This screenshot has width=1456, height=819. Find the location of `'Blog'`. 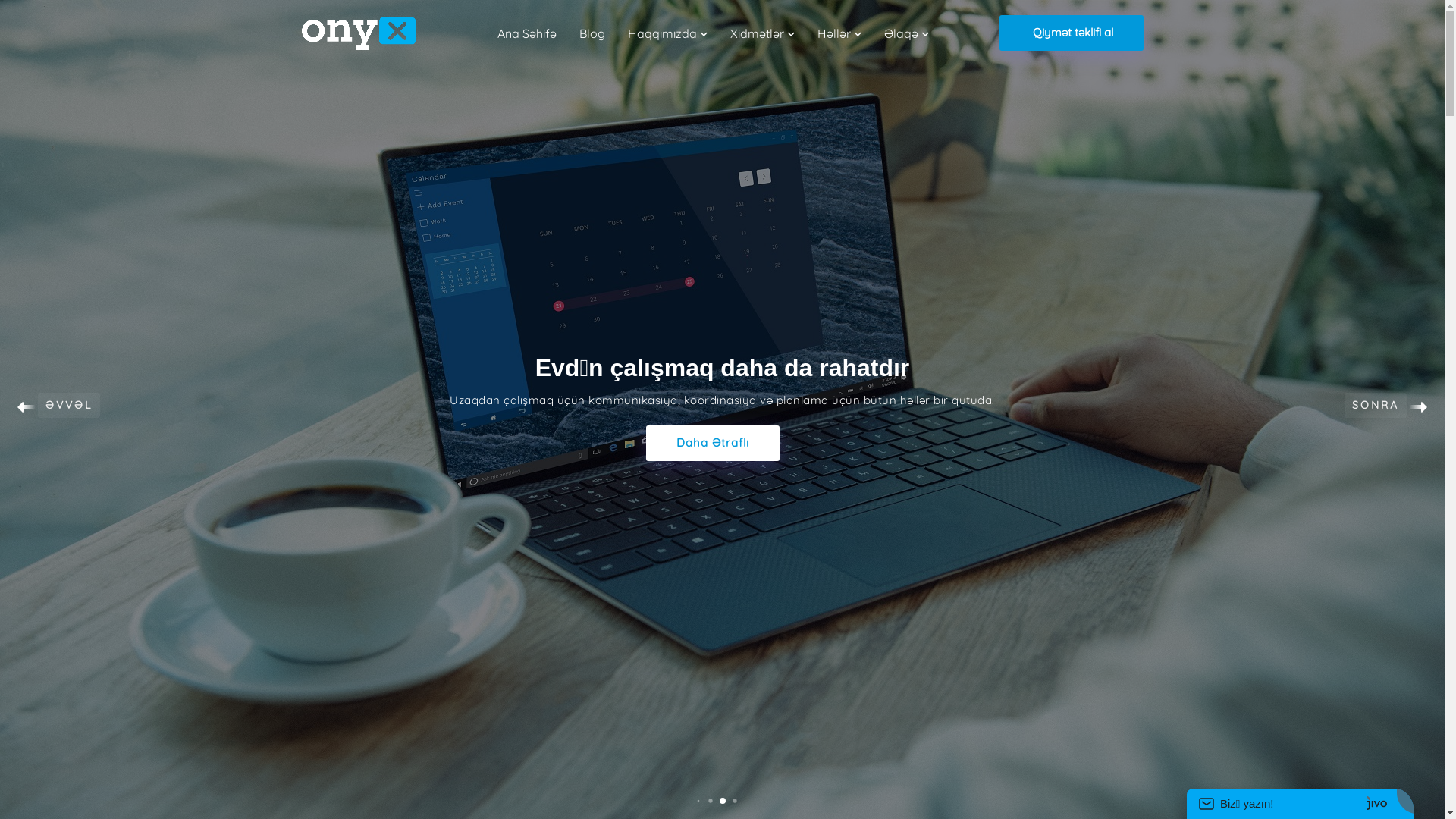

'Blog' is located at coordinates (578, 33).